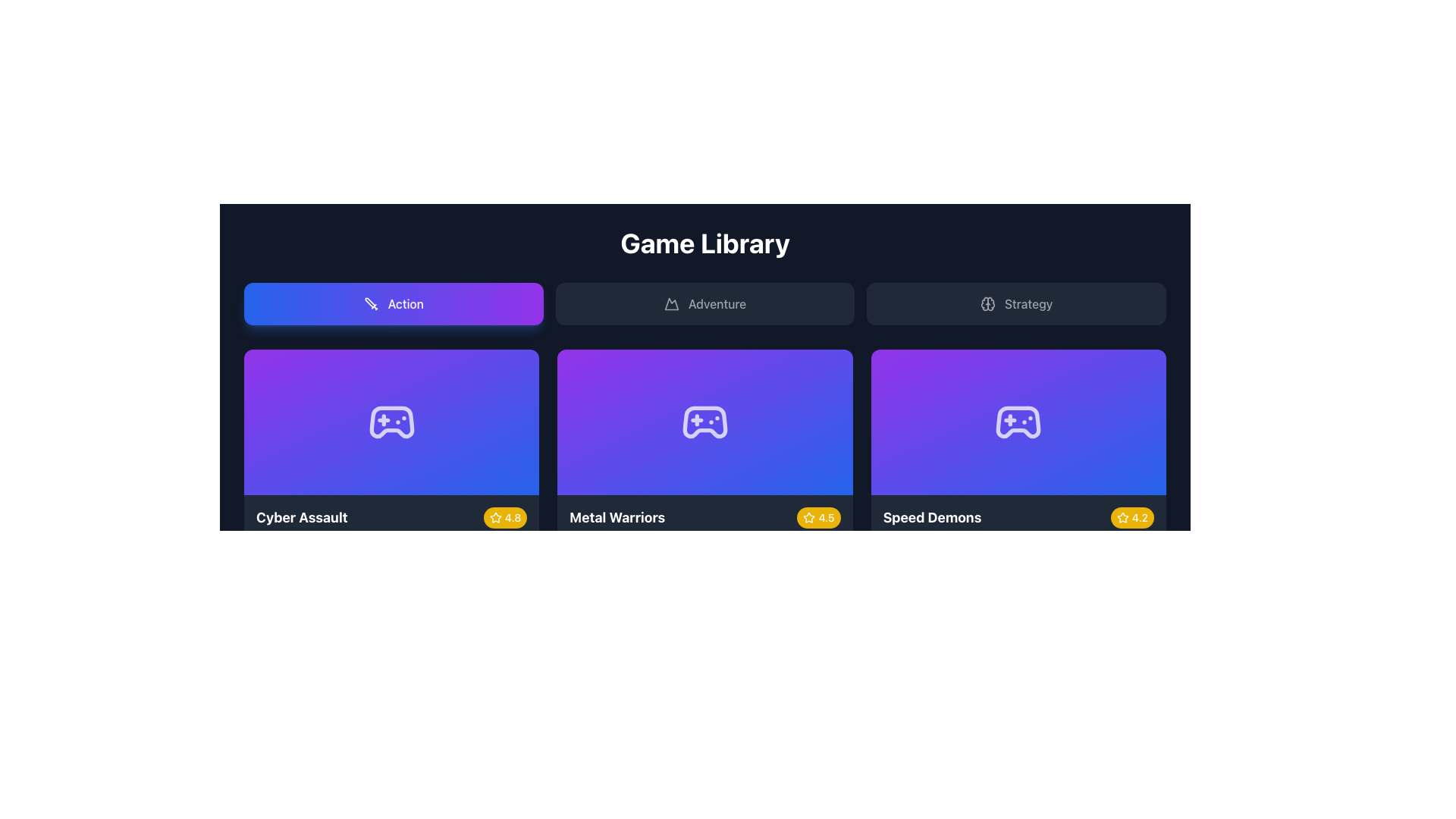  What do you see at coordinates (1122, 516) in the screenshot?
I see `the star icon representing the rating of '4.2' in the bottom-right corner of the 'Speed Demons' card` at bounding box center [1122, 516].